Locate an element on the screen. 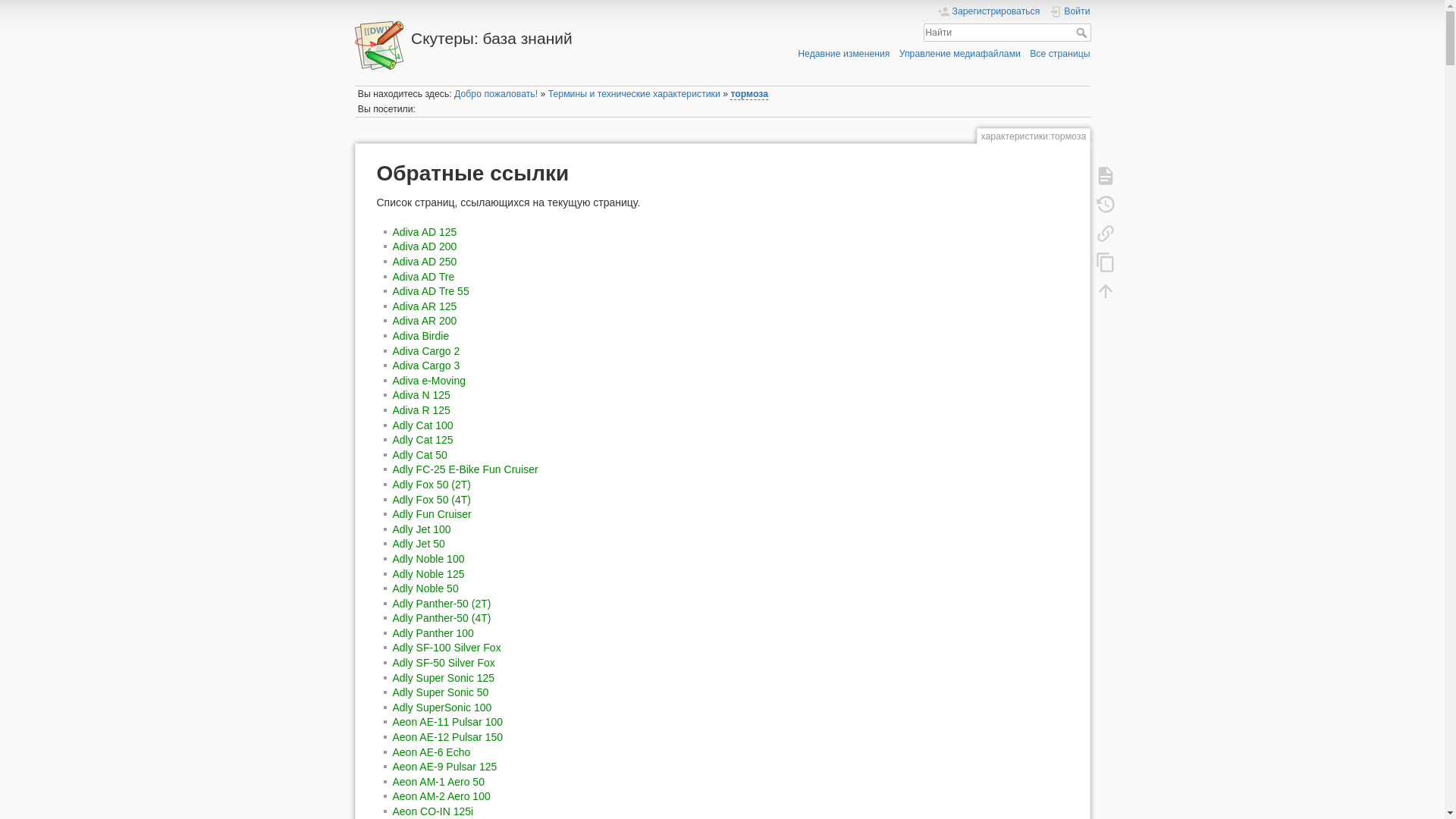  'Adly Panther-50 (2T)' is located at coordinates (441, 602).